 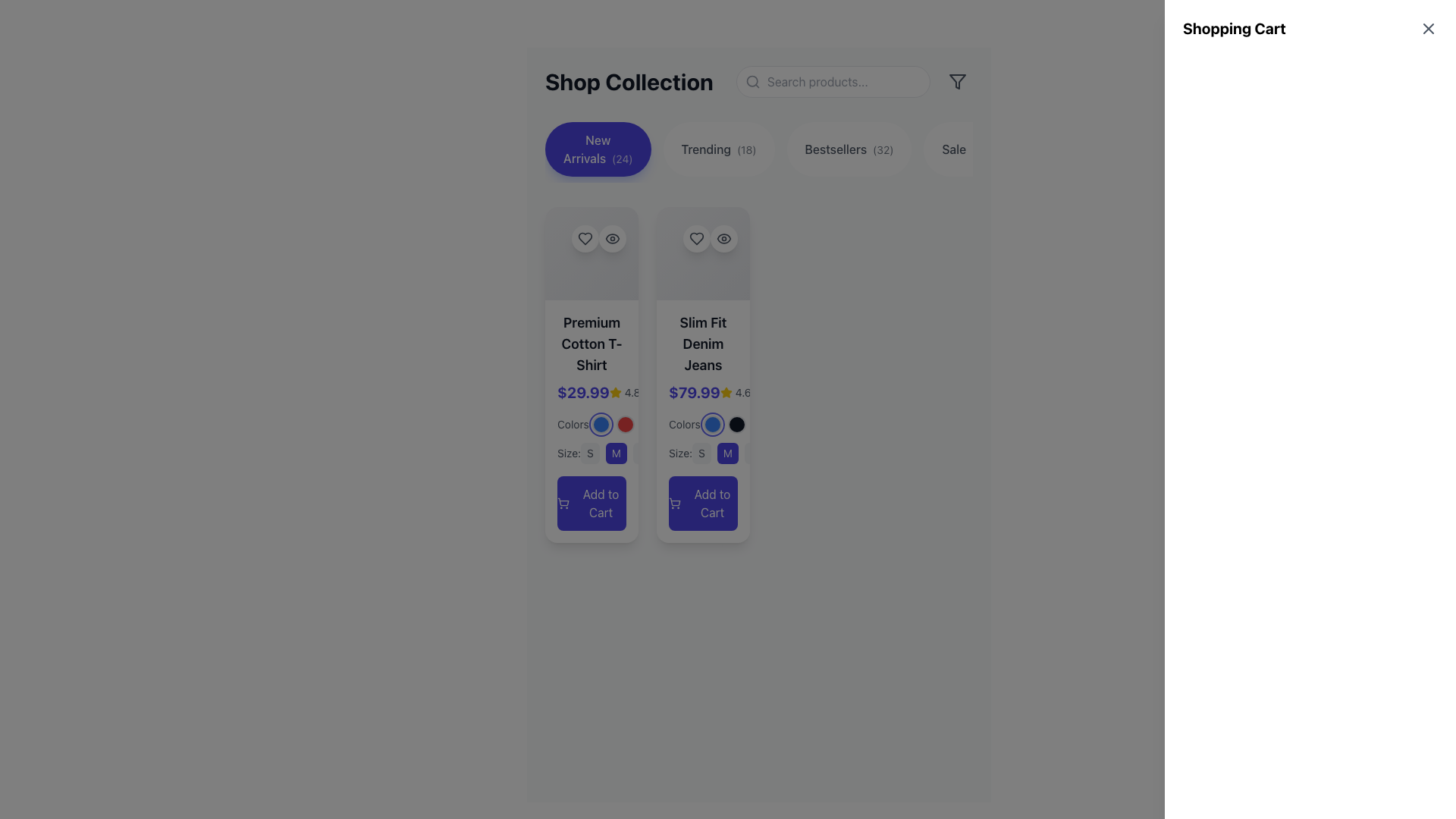 I want to click on the color selection button within the interactive component for the 'Premium Cotton T-Shirt' product listing, specifically targeting the button for accessibility navigation, so click(x=591, y=439).